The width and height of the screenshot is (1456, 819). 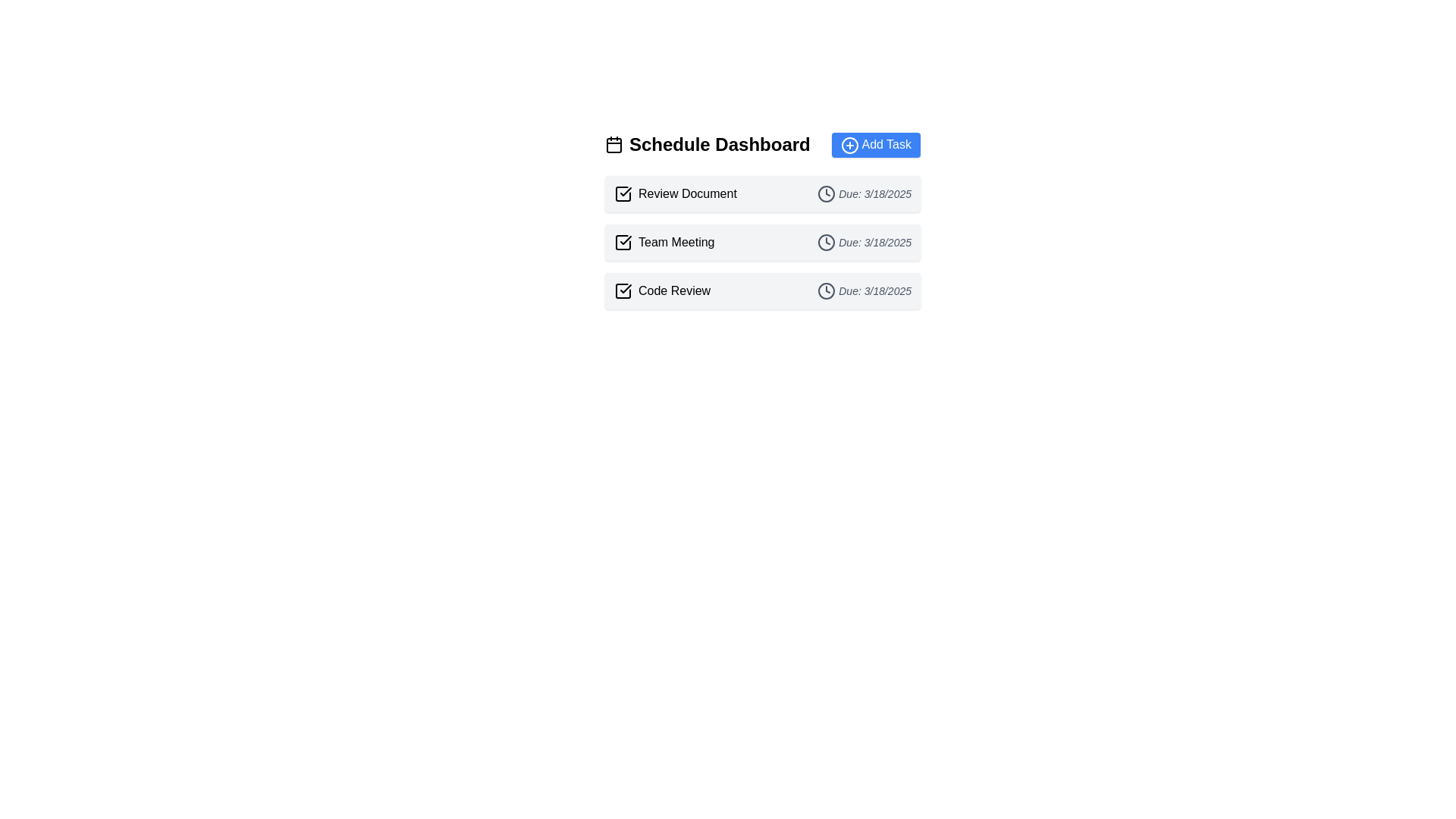 What do you see at coordinates (876, 145) in the screenshot?
I see `the 'Add Task' button, which has a blue background and white text, located on the right side of the 'Schedule Dashboard' layout` at bounding box center [876, 145].